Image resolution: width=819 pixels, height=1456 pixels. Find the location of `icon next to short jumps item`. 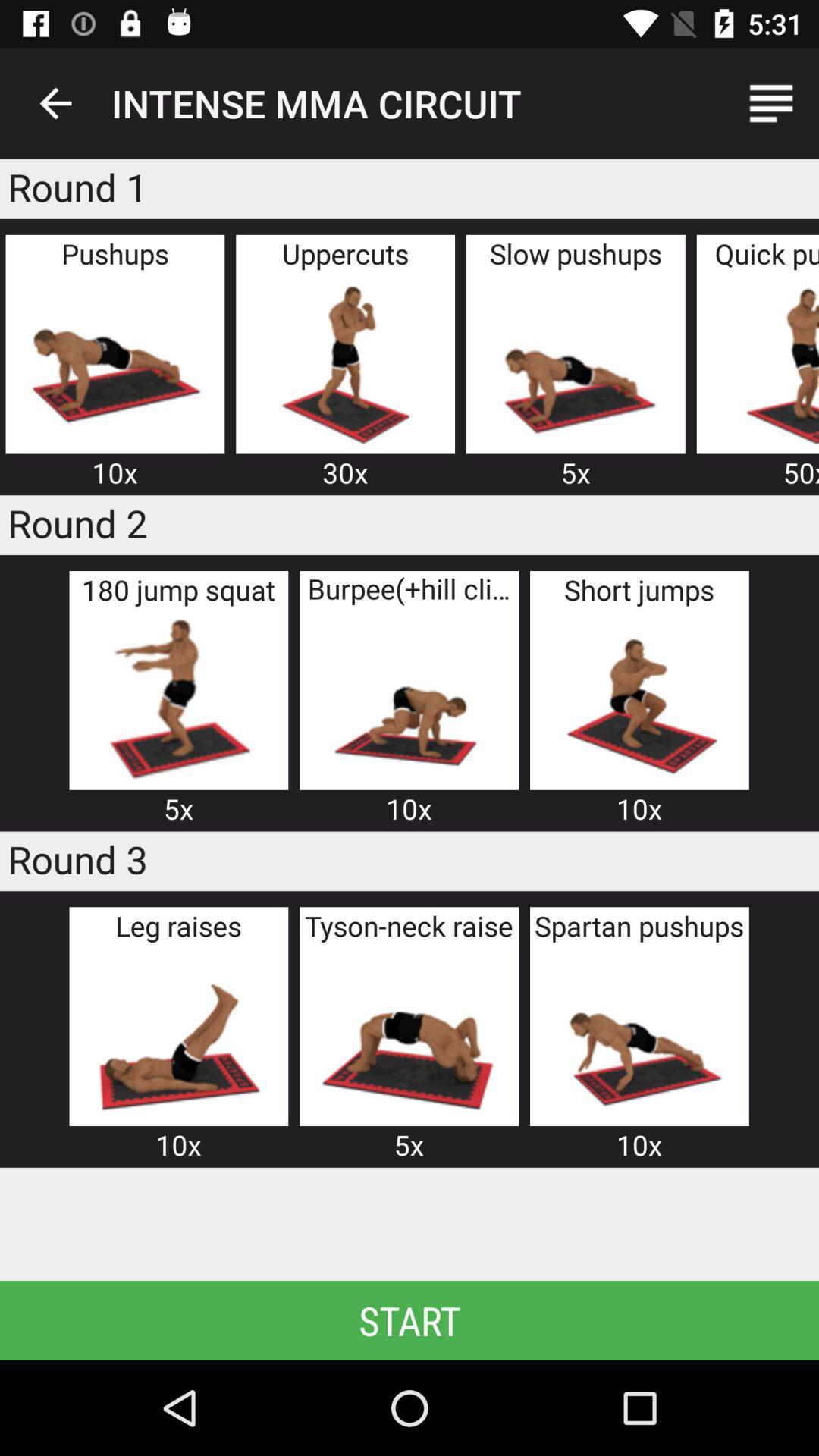

icon next to short jumps item is located at coordinates (408, 698).